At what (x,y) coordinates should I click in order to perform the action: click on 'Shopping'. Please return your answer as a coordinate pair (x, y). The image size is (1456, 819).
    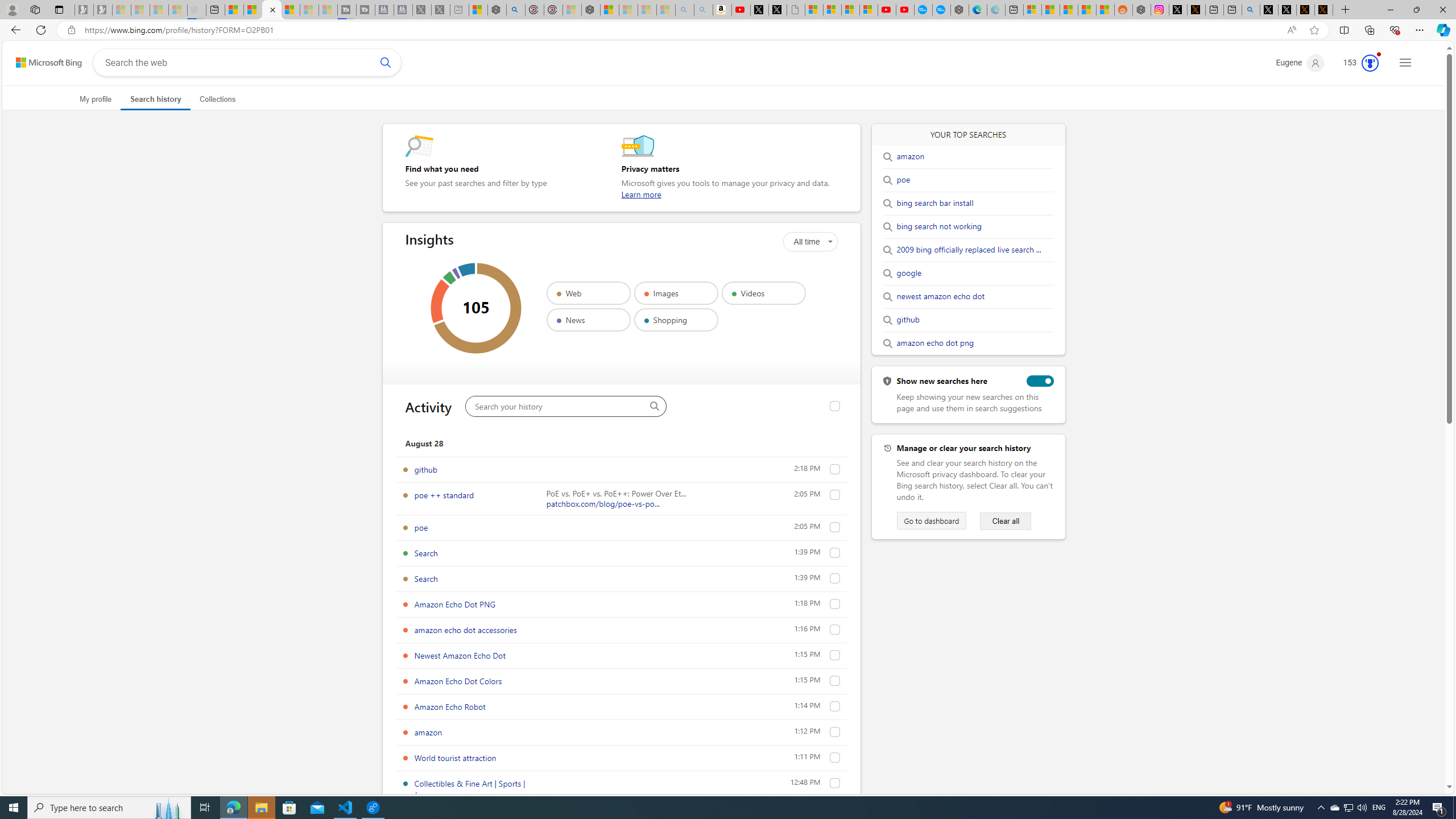
    Looking at the image, I should click on (675, 320).